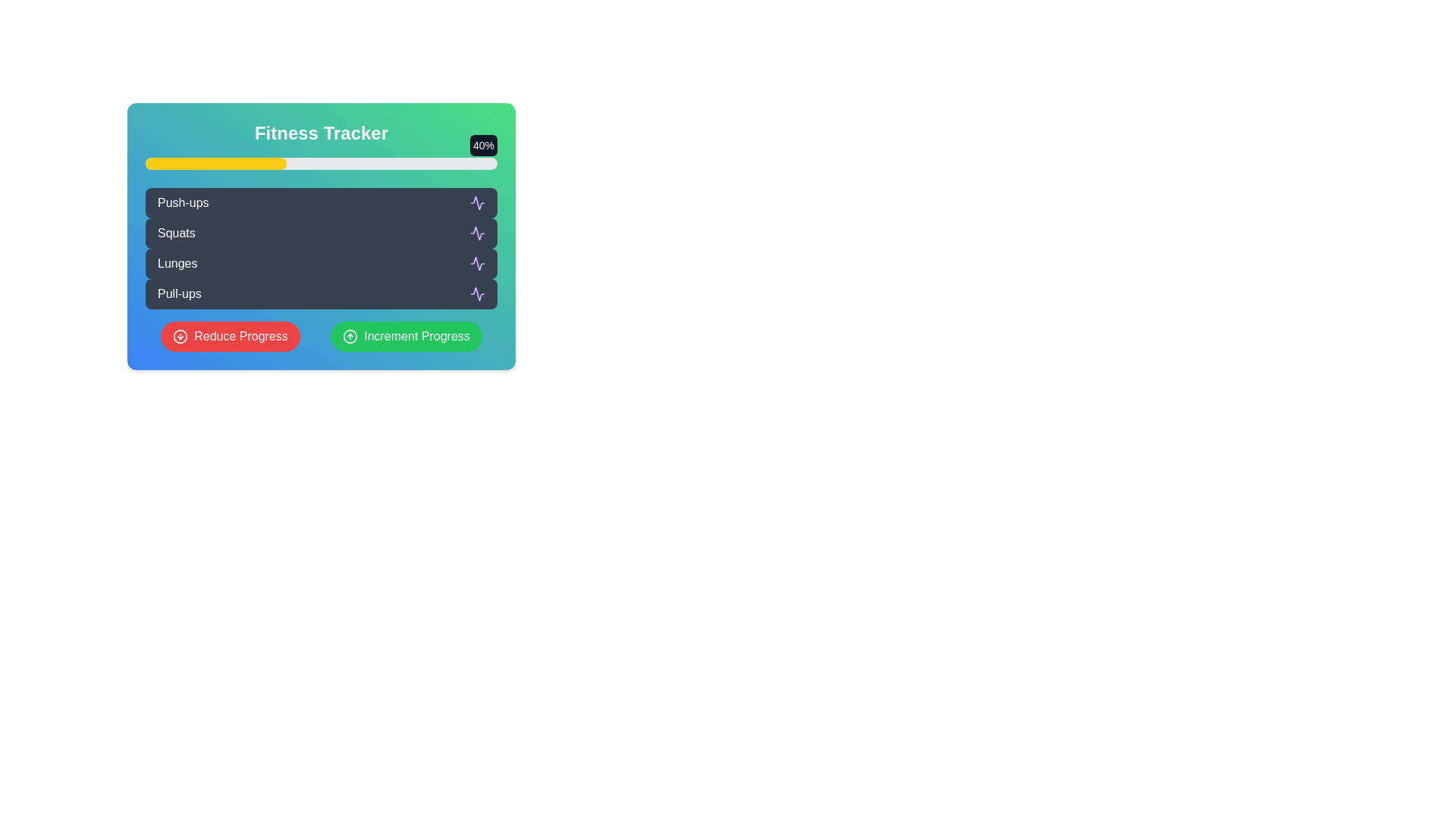 This screenshot has height=819, width=1456. What do you see at coordinates (179, 294) in the screenshot?
I see `to select or interact with the 'Pull-ups' entry, which is the fourth item in the list of exercises positioned below 'Lunges'` at bounding box center [179, 294].